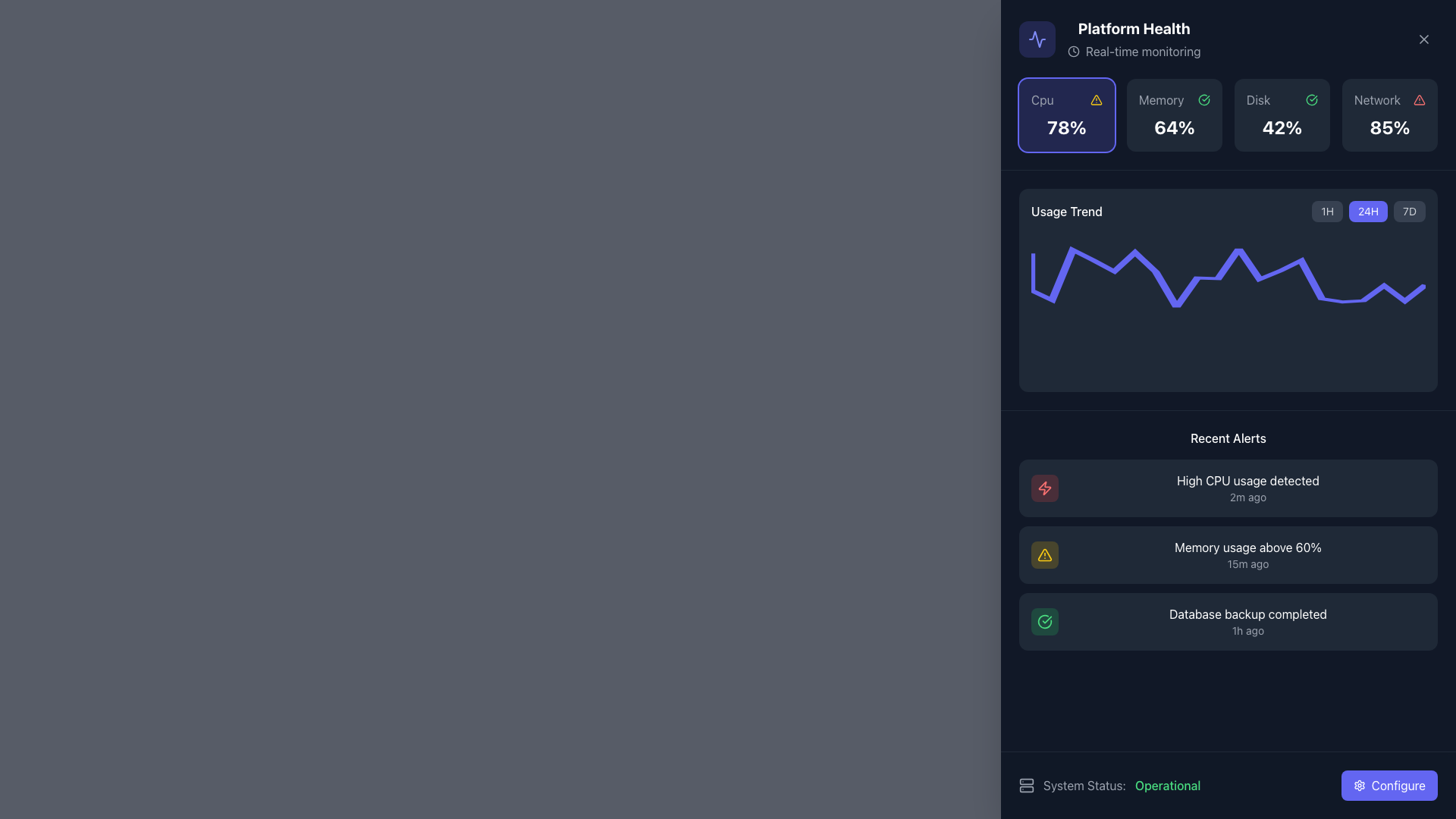 Image resolution: width=1456 pixels, height=819 pixels. Describe the element at coordinates (1043, 622) in the screenshot. I see `the icon that represents the successful database backup operation in the third notification card titled 'Database backup completed' under 'Recent Alerts'` at that location.